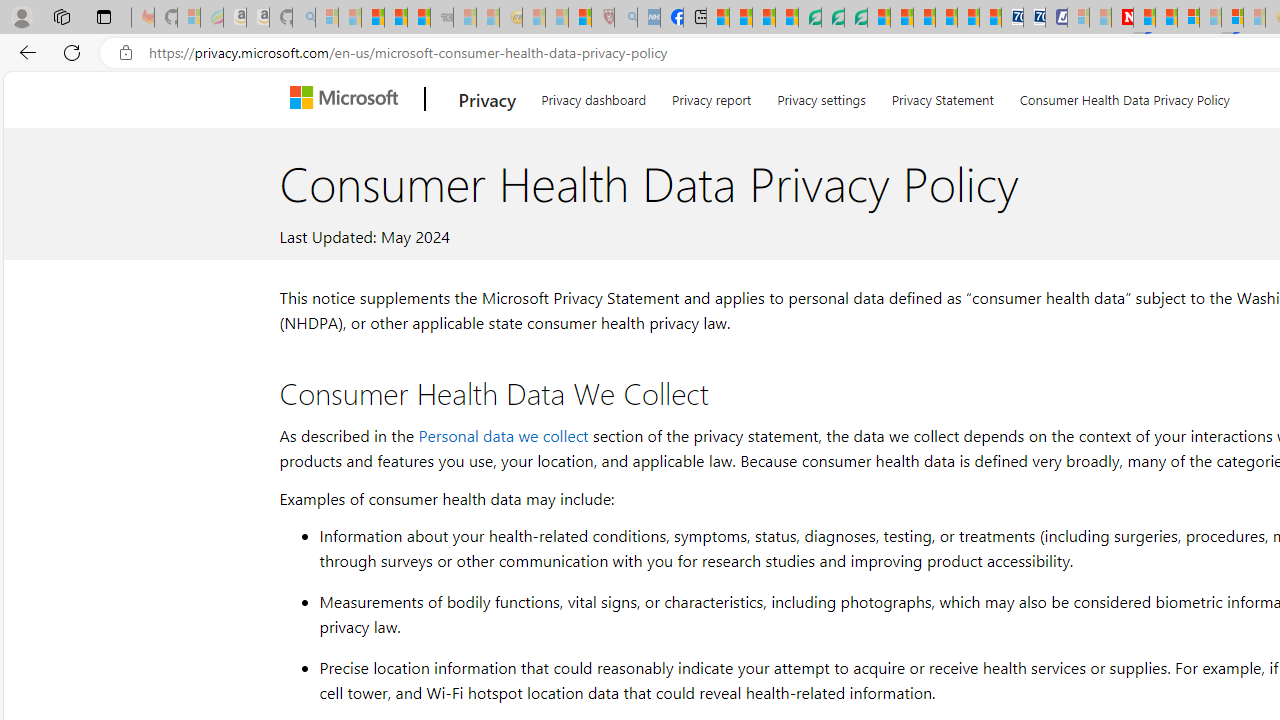 The width and height of the screenshot is (1280, 720). What do you see at coordinates (712, 96) in the screenshot?
I see `'Privacy report'` at bounding box center [712, 96].